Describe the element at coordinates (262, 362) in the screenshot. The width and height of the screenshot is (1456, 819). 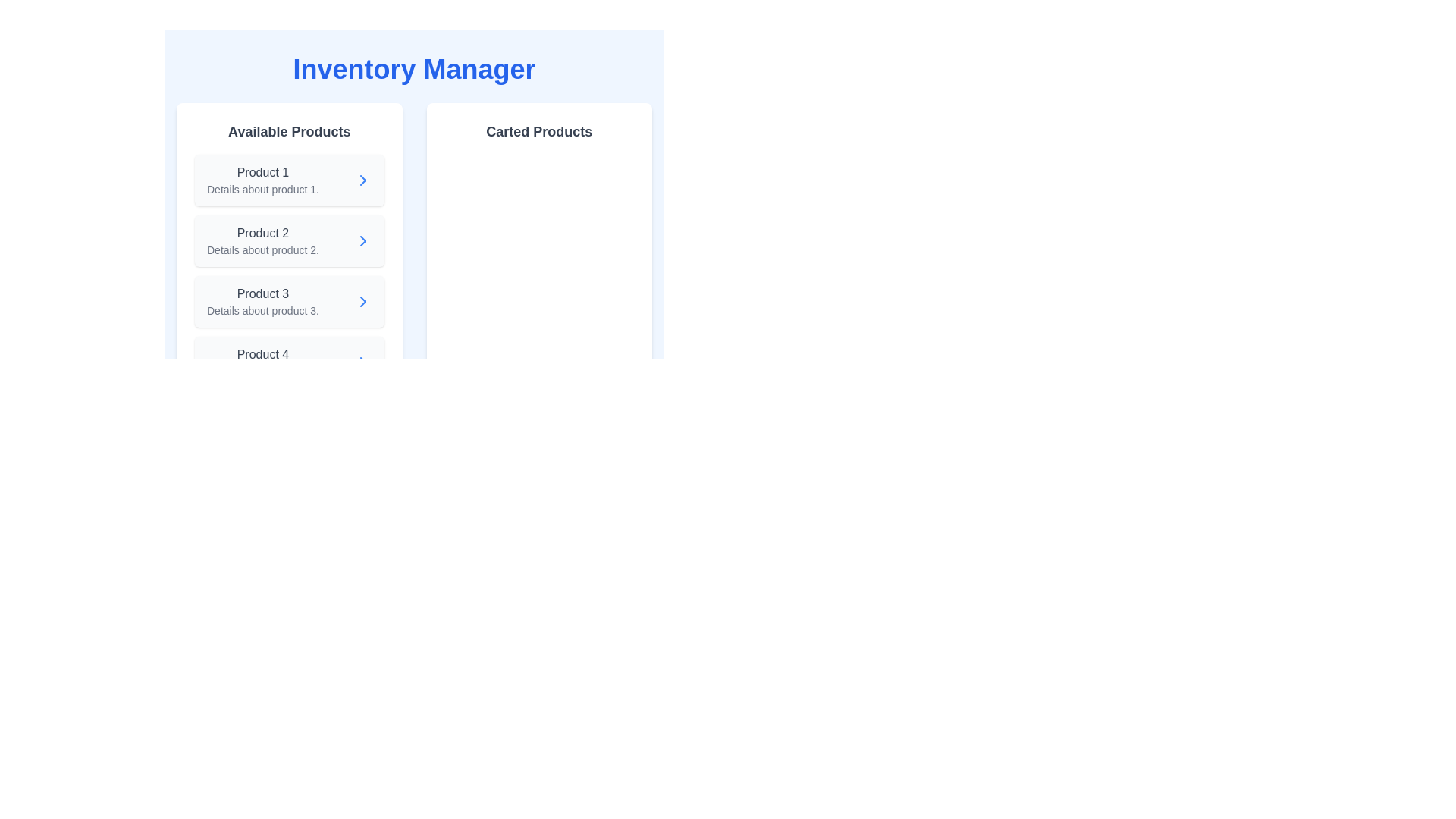
I see `the static text component displaying 'Product 4' with the description 'Details about product 4.' located in the 'Available Products' section, positioned below 'Product 3'` at that location.